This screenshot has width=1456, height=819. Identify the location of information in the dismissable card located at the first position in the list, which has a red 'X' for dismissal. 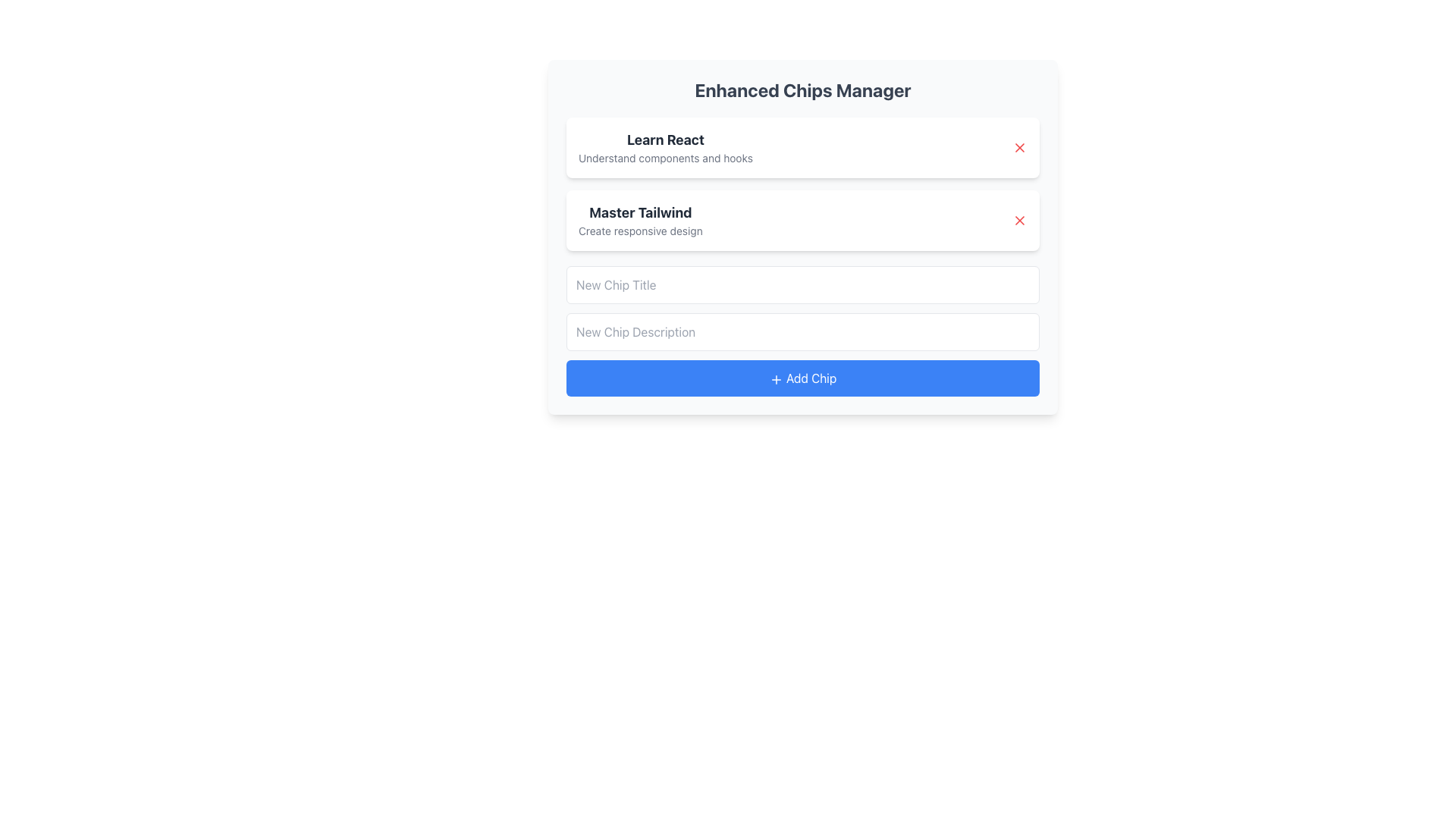
(802, 148).